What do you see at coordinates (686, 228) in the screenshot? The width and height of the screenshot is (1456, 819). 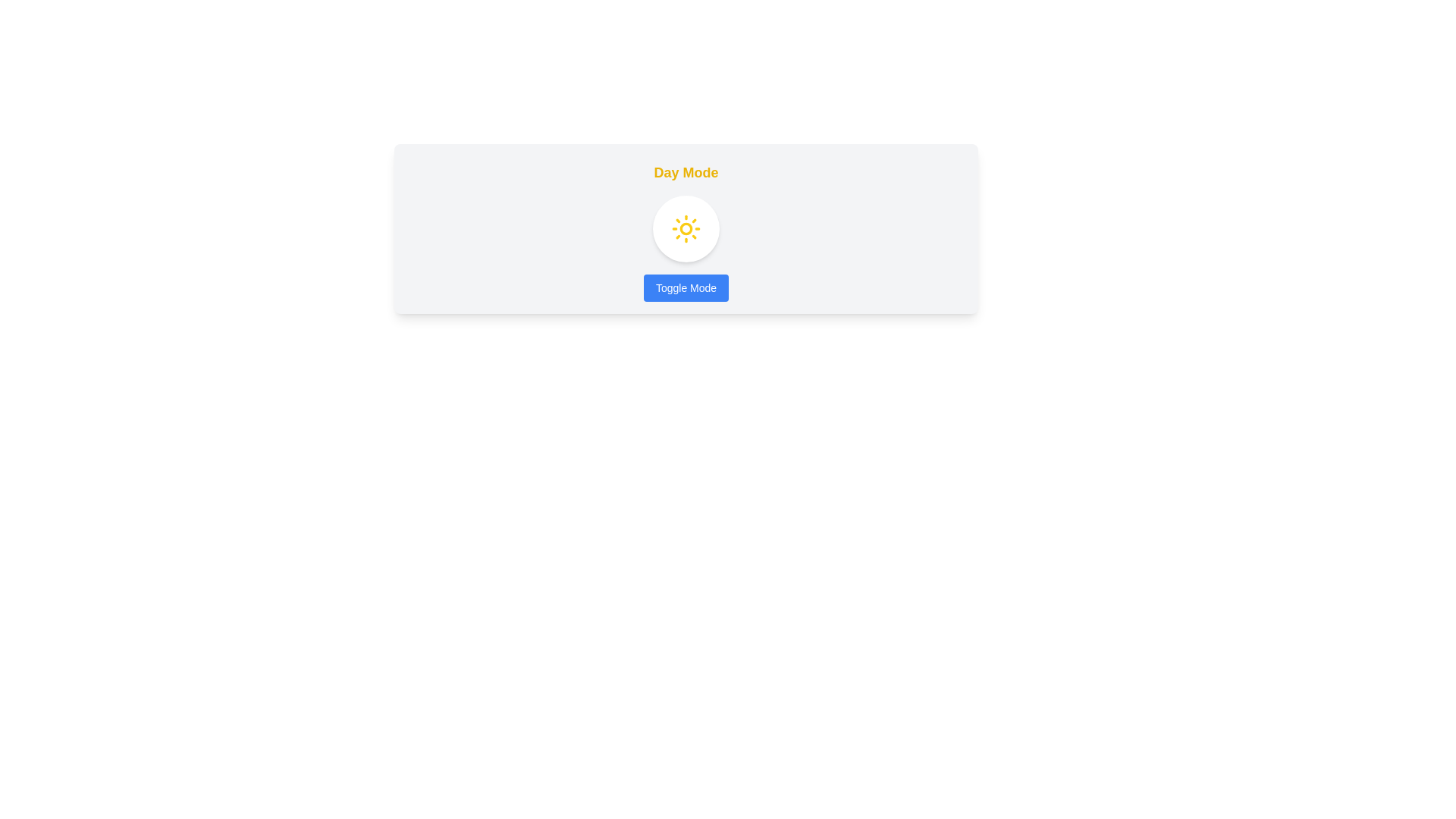 I see `the 'Toggle Mode' button in the 'Day Mode' composite UI element` at bounding box center [686, 228].